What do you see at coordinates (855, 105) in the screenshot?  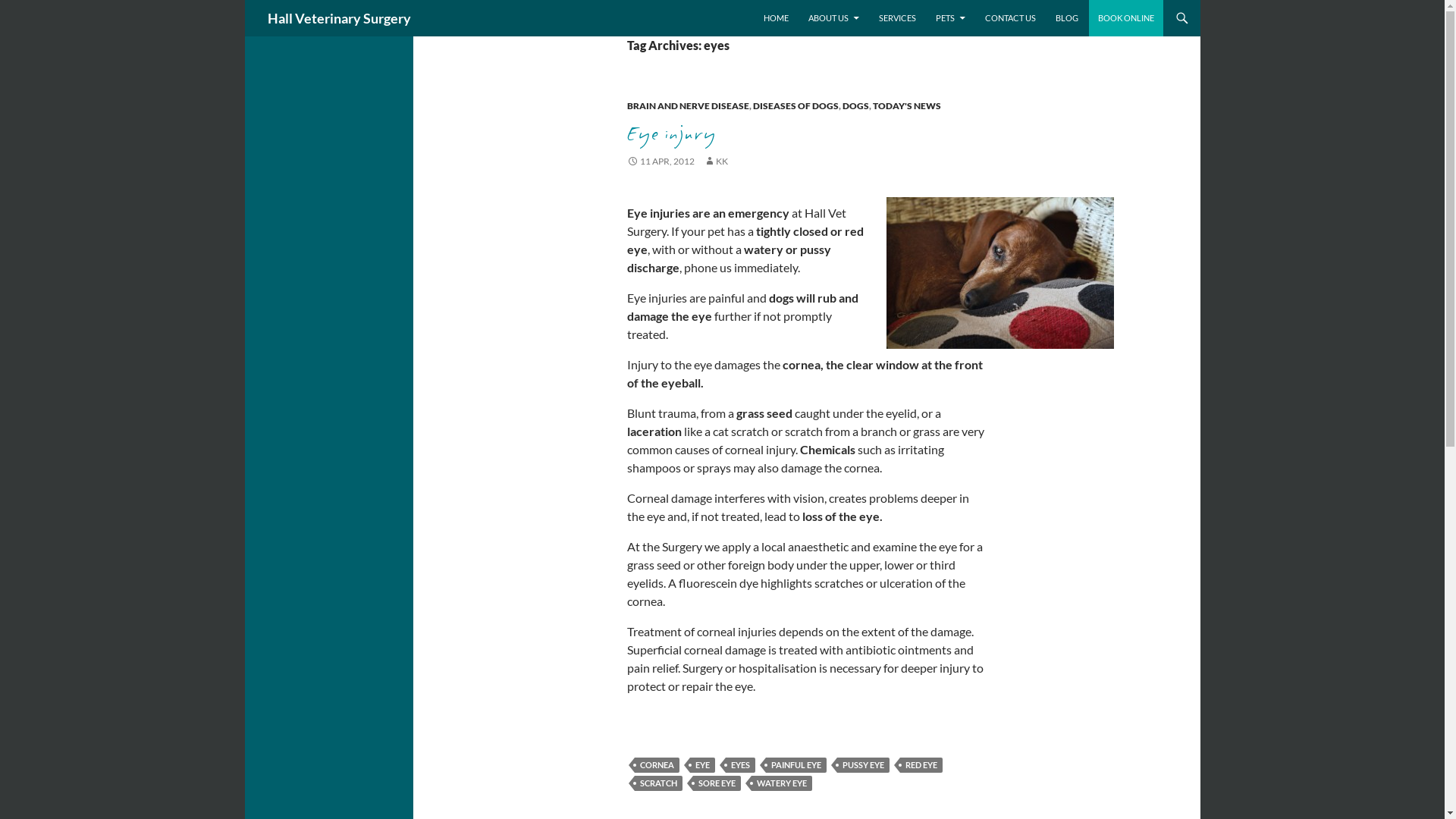 I see `'DOGS'` at bounding box center [855, 105].